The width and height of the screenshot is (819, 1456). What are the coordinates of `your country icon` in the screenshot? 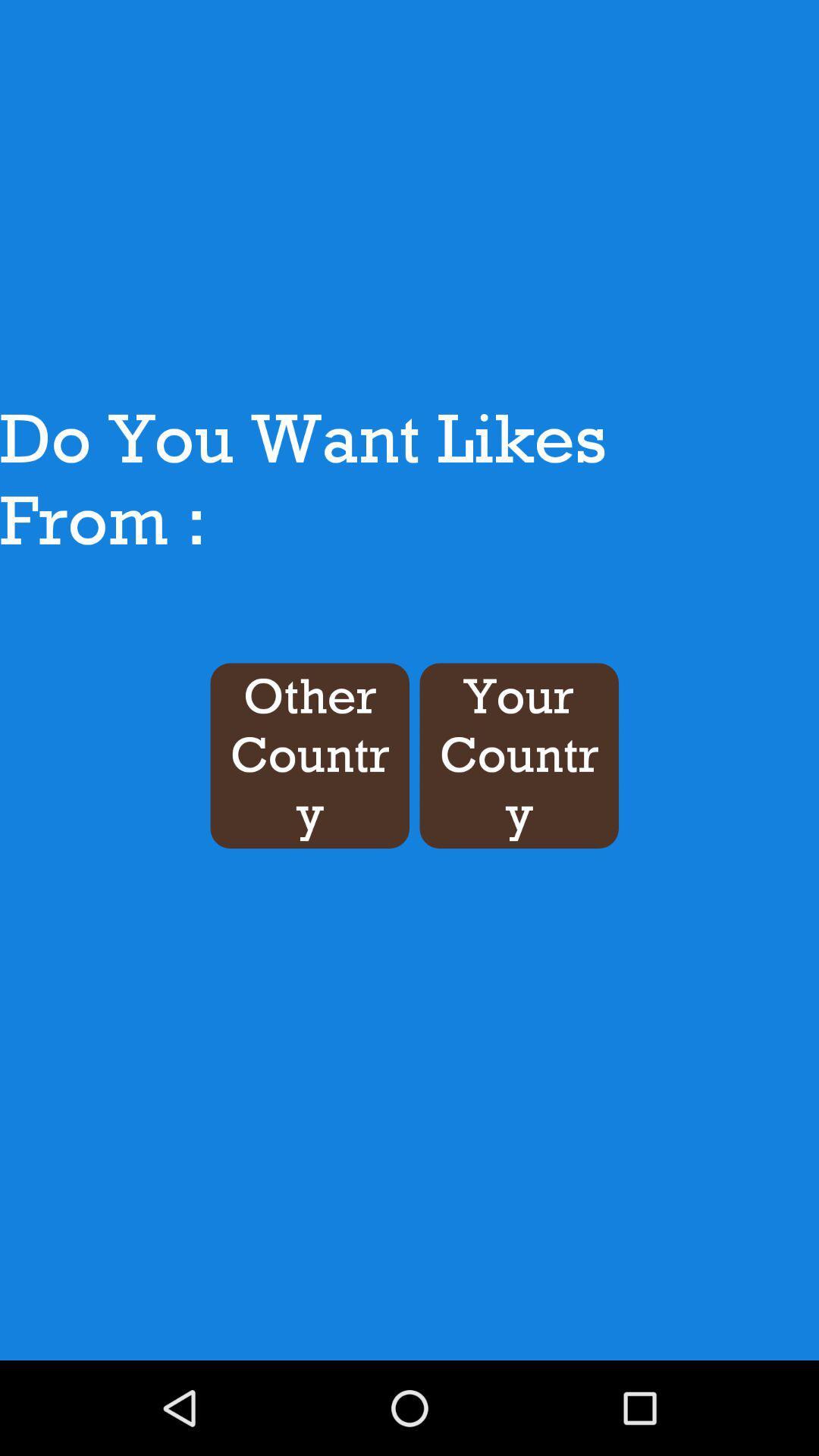 It's located at (518, 755).